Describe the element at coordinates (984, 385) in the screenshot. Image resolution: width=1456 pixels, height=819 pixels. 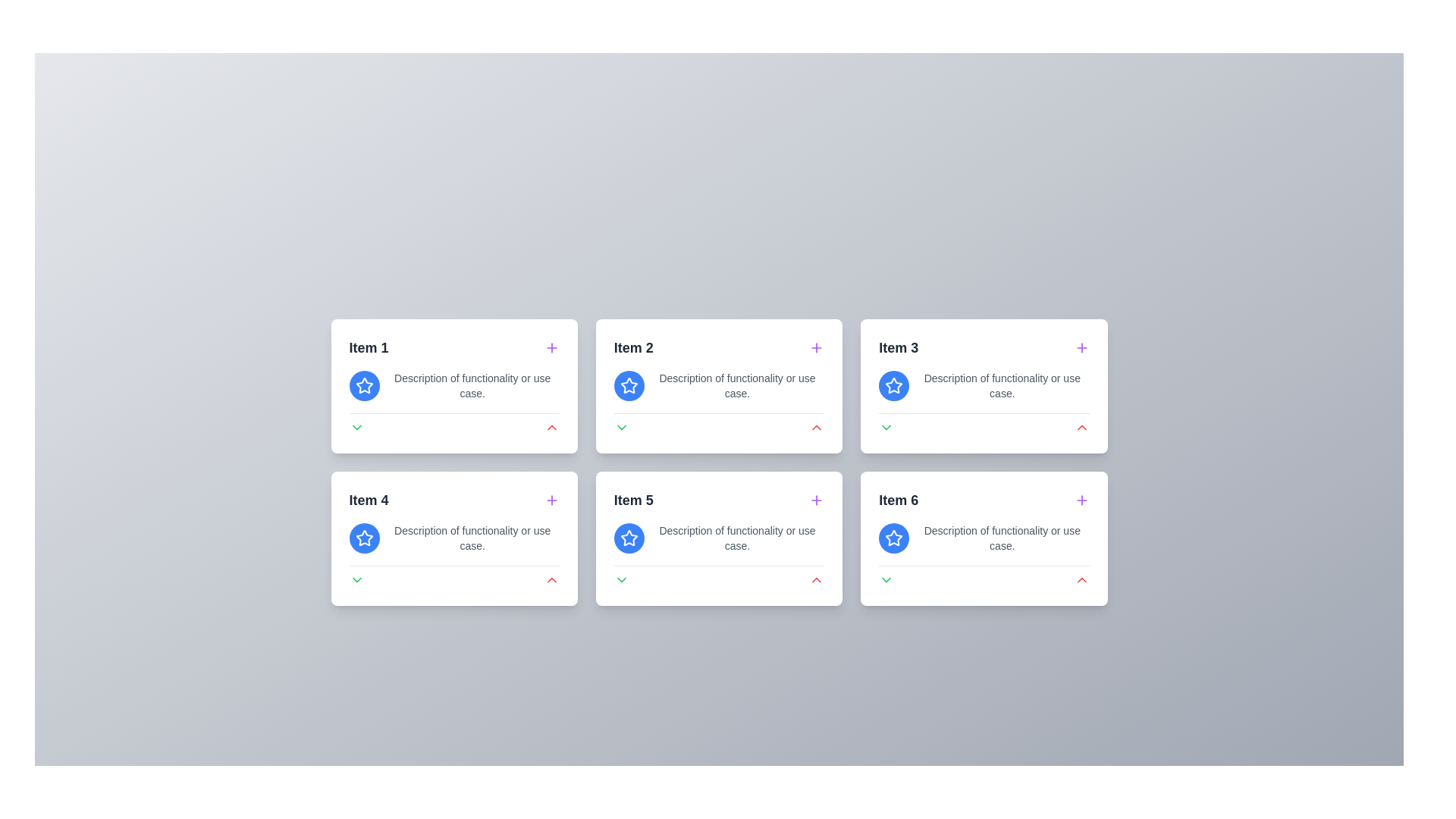
I see `text content stating 'Description of functionality or use case.' located below the heading 'Item 3' in the top right quadrant of the interface` at that location.